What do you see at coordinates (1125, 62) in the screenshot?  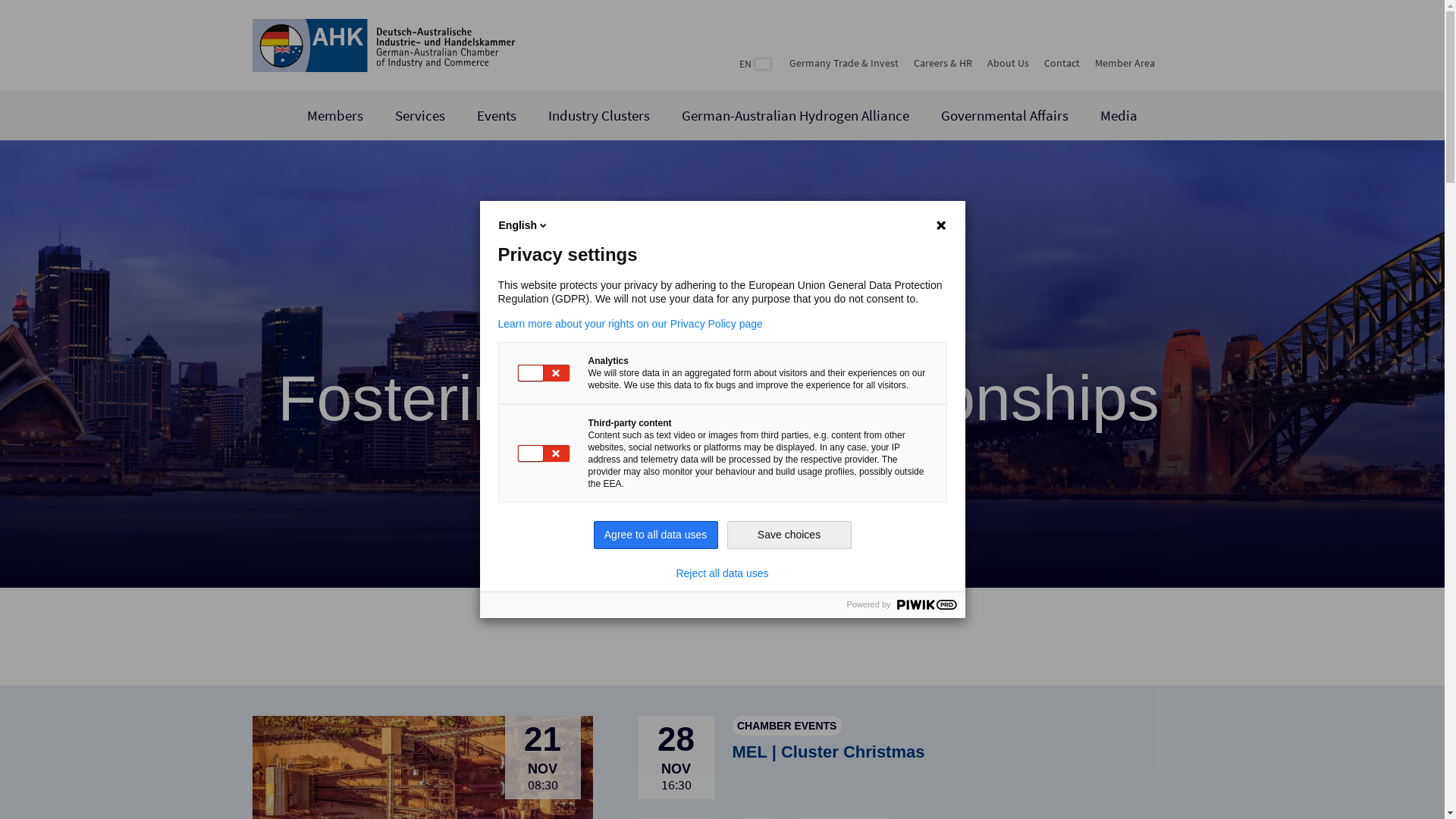 I see `'Member Area'` at bounding box center [1125, 62].